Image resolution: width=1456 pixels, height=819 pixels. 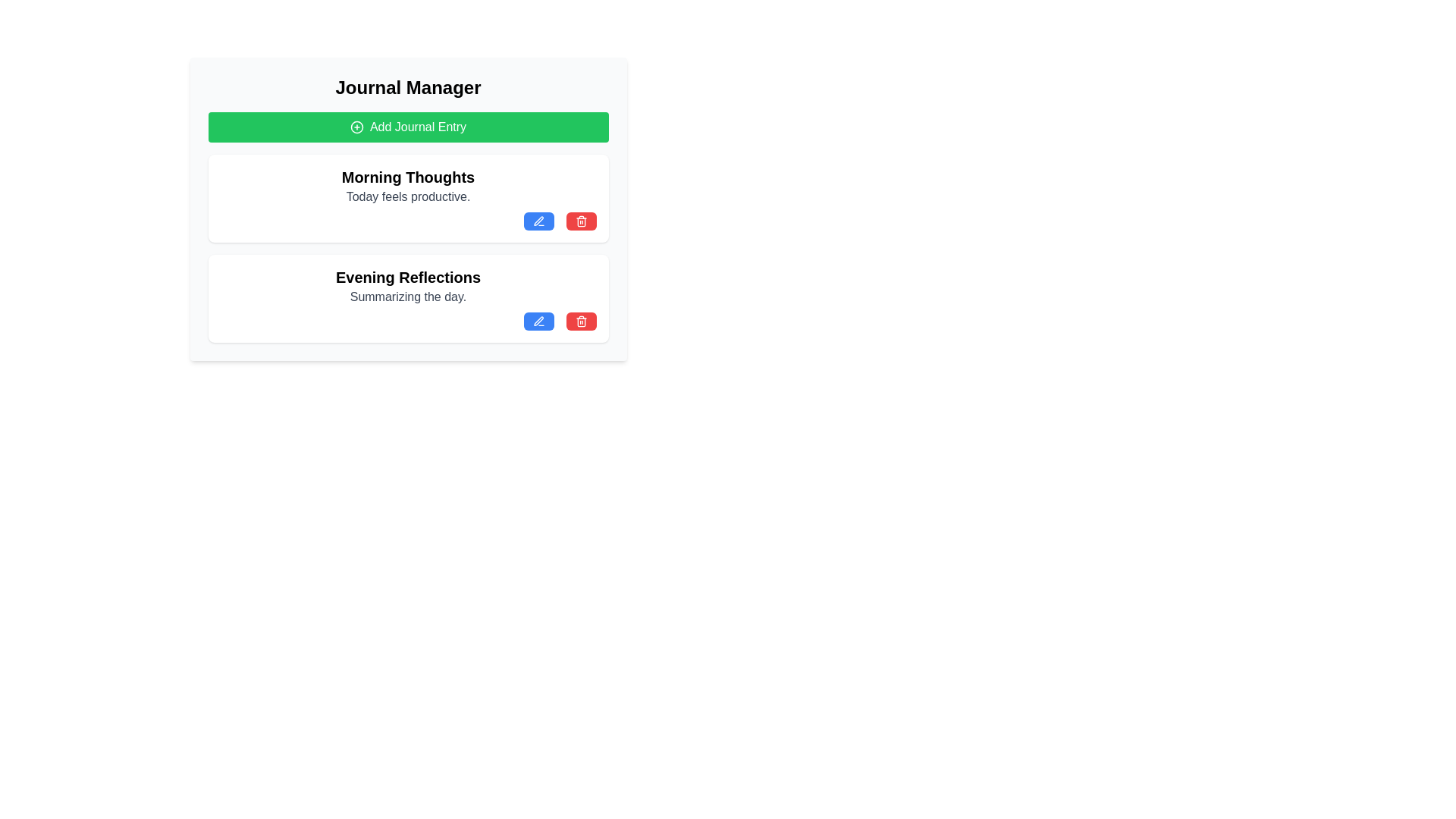 What do you see at coordinates (538, 221) in the screenshot?
I see `the edit icon located within the blue button to the left of the trash bin icon, associated with the item 'Morning Thoughts'` at bounding box center [538, 221].